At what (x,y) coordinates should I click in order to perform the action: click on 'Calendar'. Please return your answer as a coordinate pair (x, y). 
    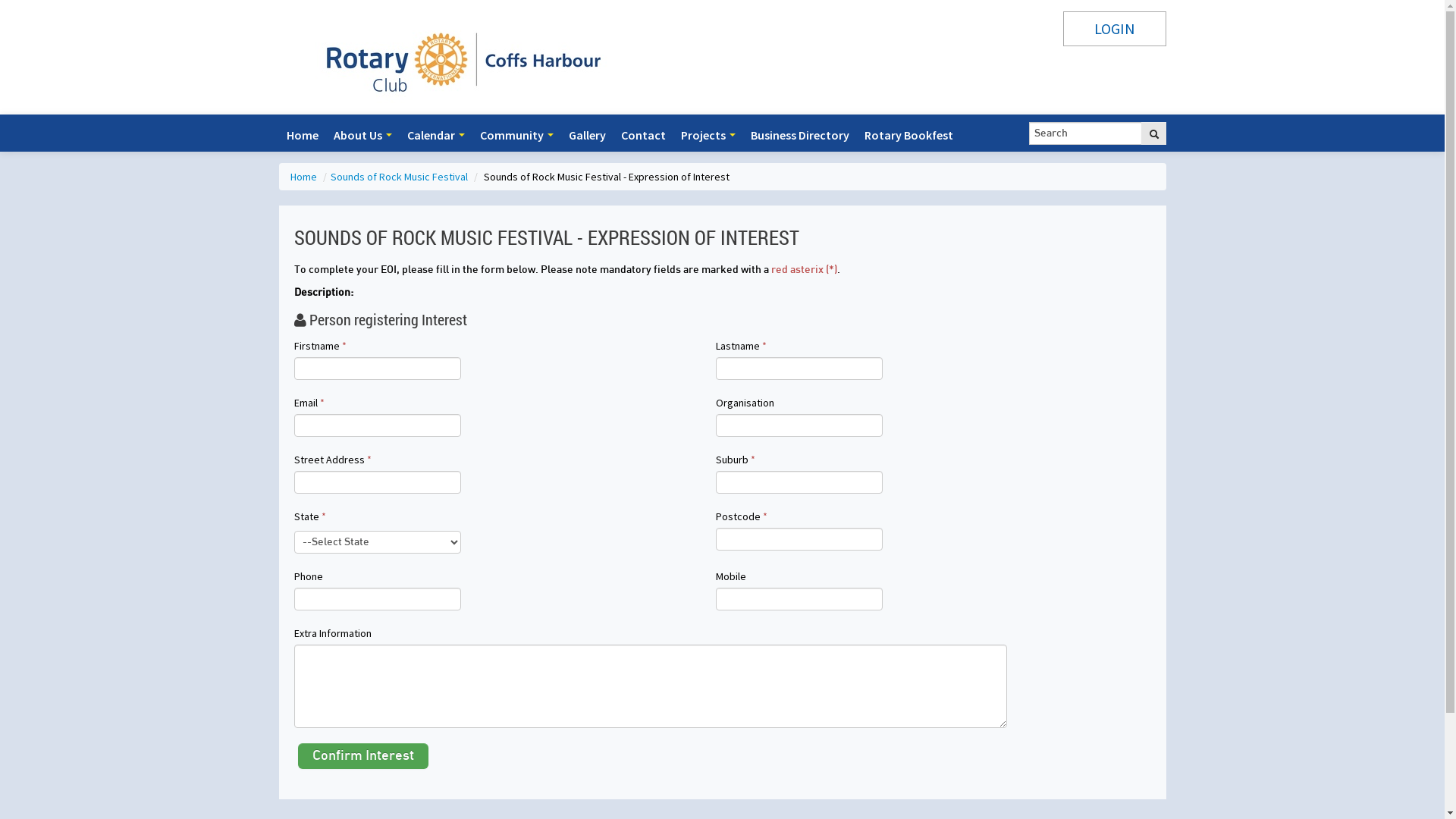
    Looking at the image, I should click on (399, 133).